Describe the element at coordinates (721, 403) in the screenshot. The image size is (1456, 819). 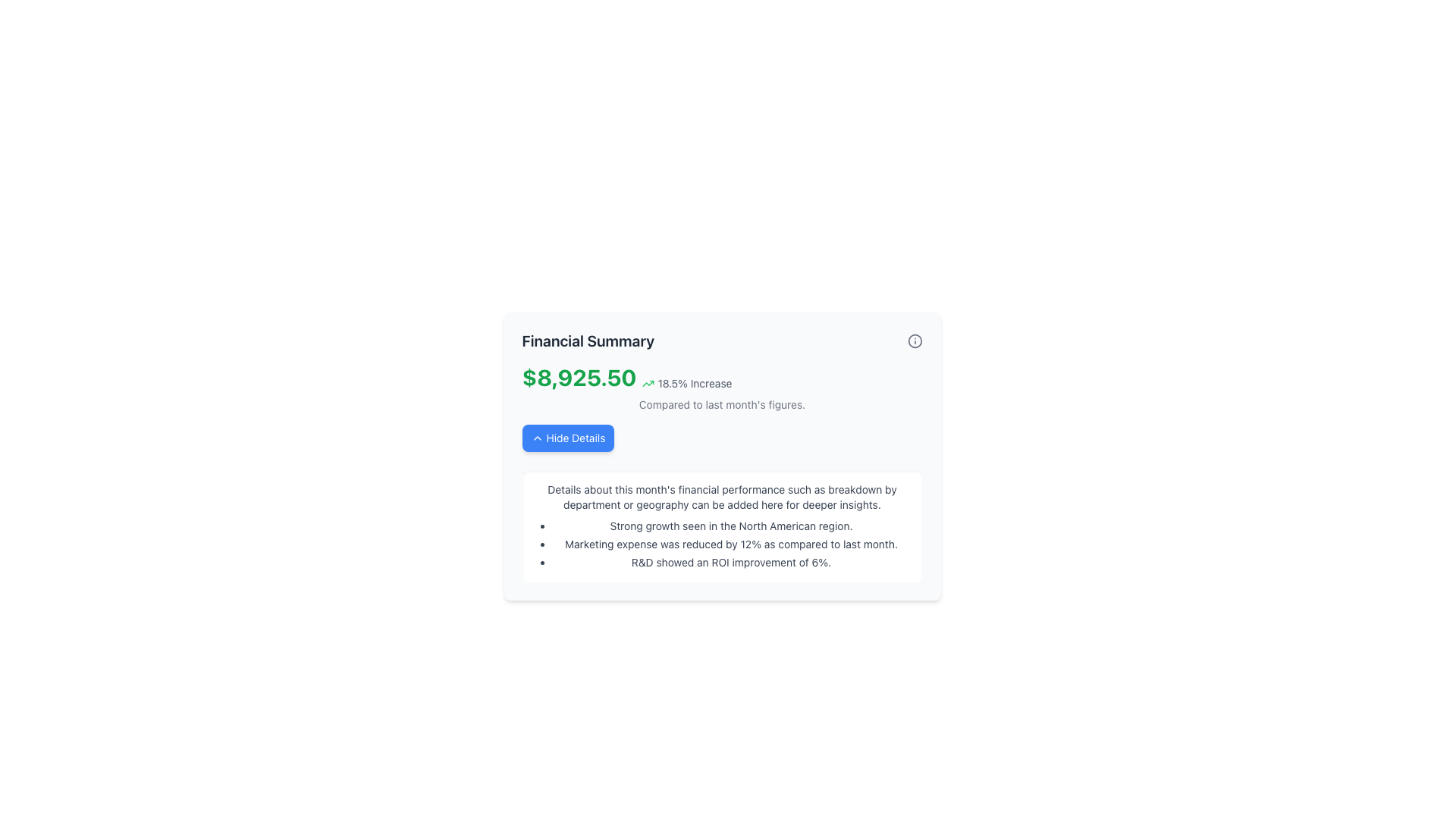
I see `the static text providing context for the financial data, positioned under the financial summary and above the 'Hide Details' button` at that location.